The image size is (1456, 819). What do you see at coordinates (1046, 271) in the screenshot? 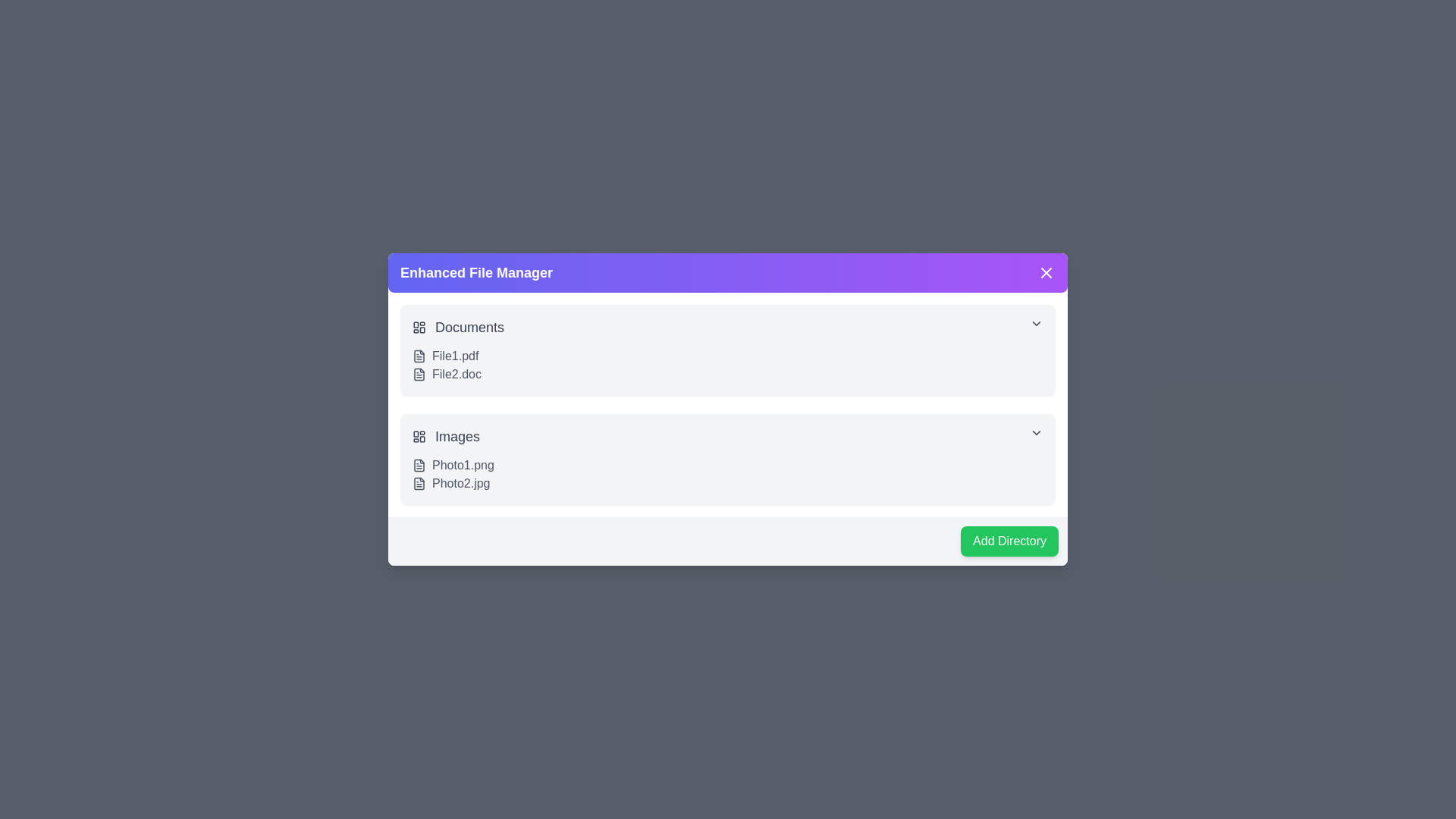
I see `the close button to close the dialog` at bounding box center [1046, 271].